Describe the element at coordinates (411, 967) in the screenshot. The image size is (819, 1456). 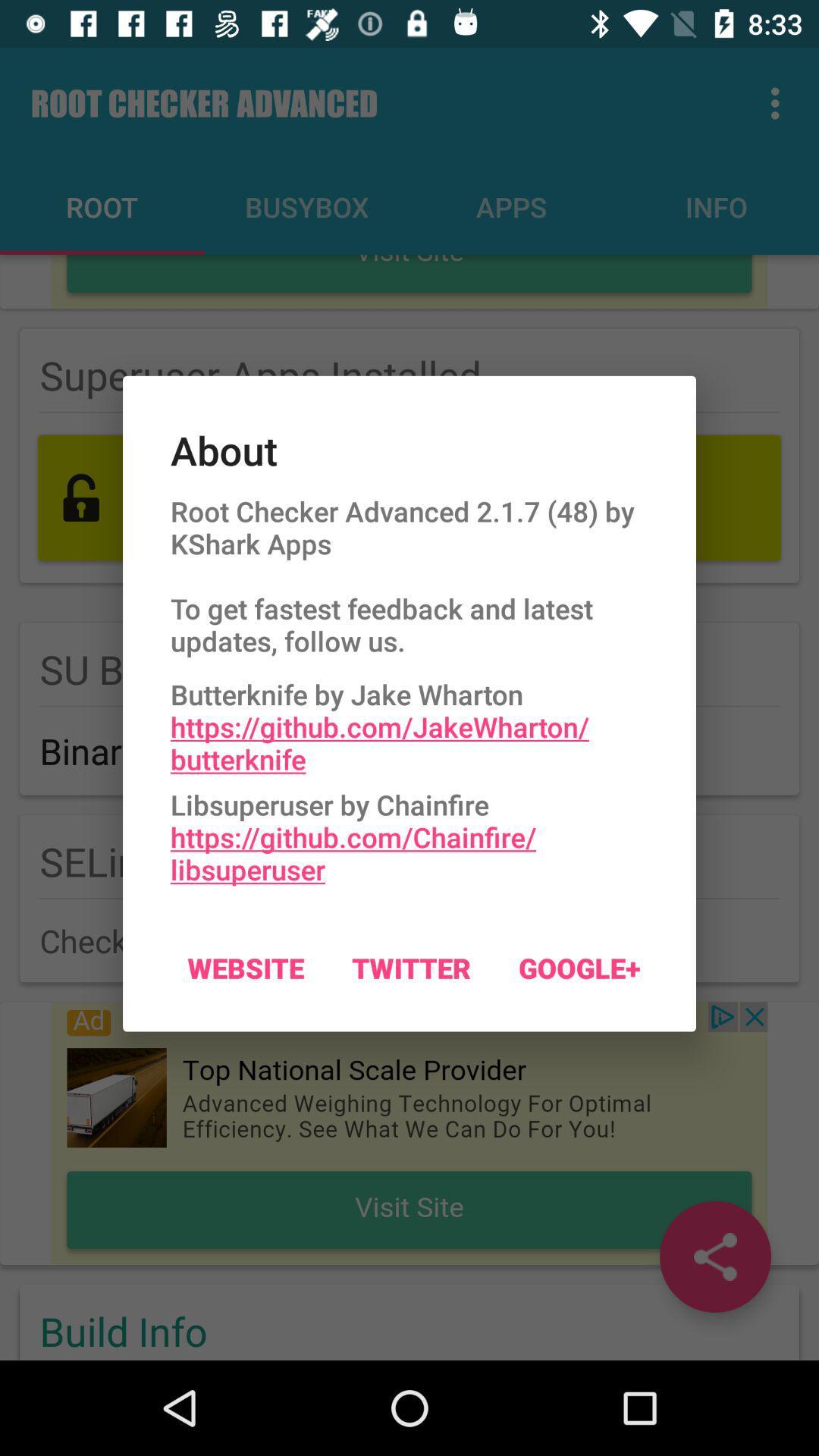
I see `the item below libsuperuser by chainfire item` at that location.